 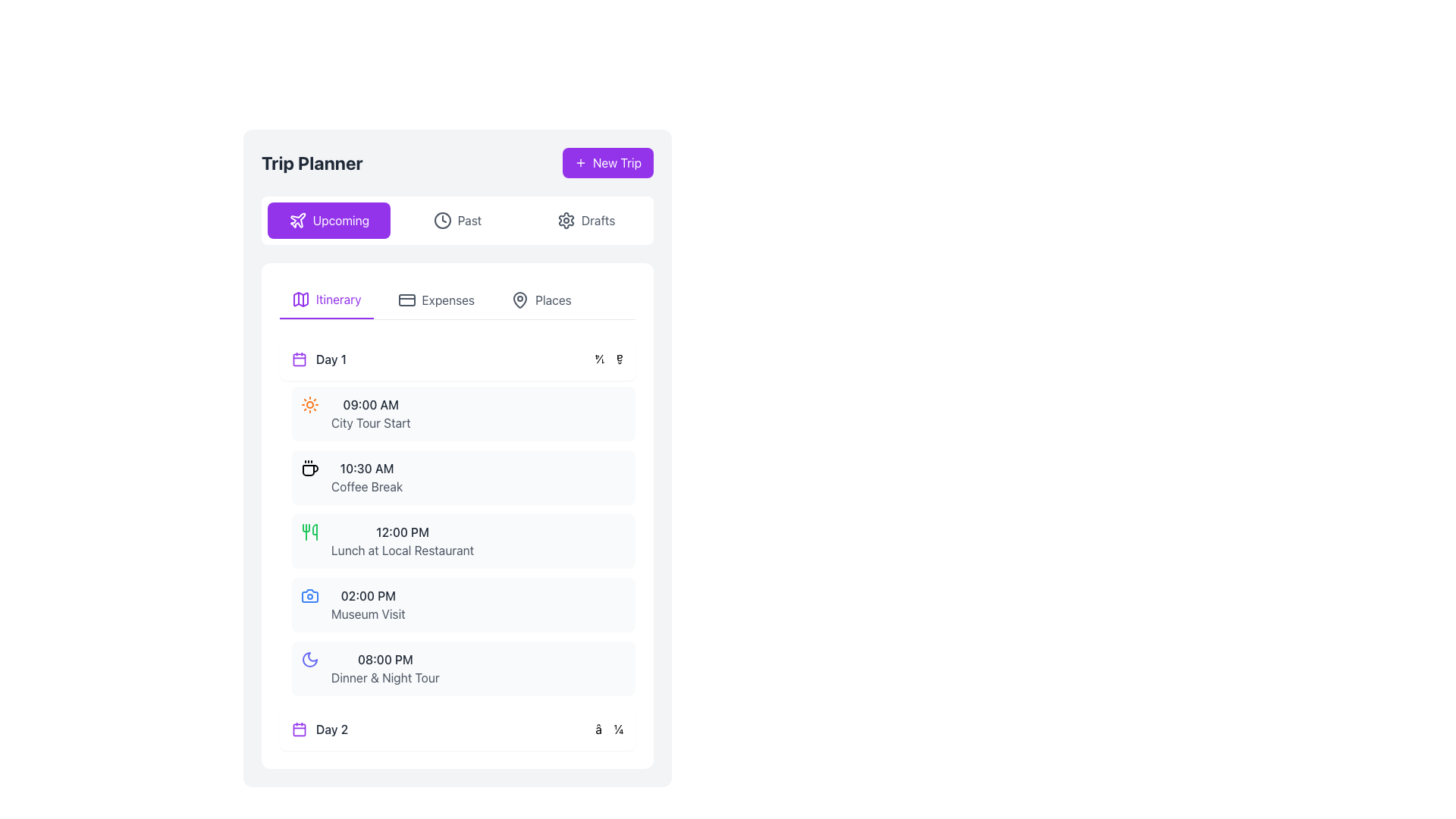 What do you see at coordinates (441, 220) in the screenshot?
I see `the clock icon located within the 'Past' button in the header section of the interface, positioned to the left of the text 'Past'` at bounding box center [441, 220].